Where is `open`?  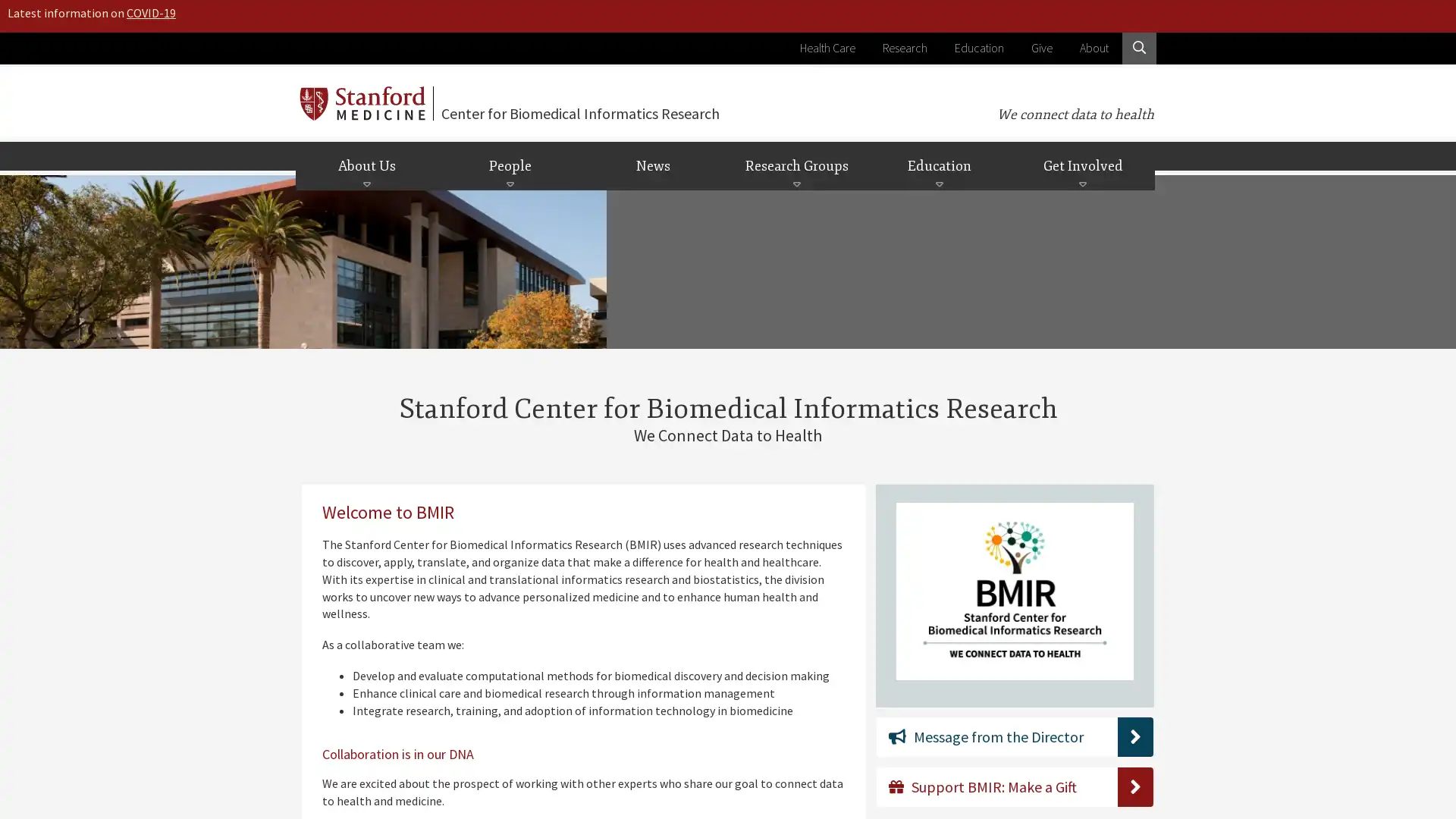 open is located at coordinates (938, 184).